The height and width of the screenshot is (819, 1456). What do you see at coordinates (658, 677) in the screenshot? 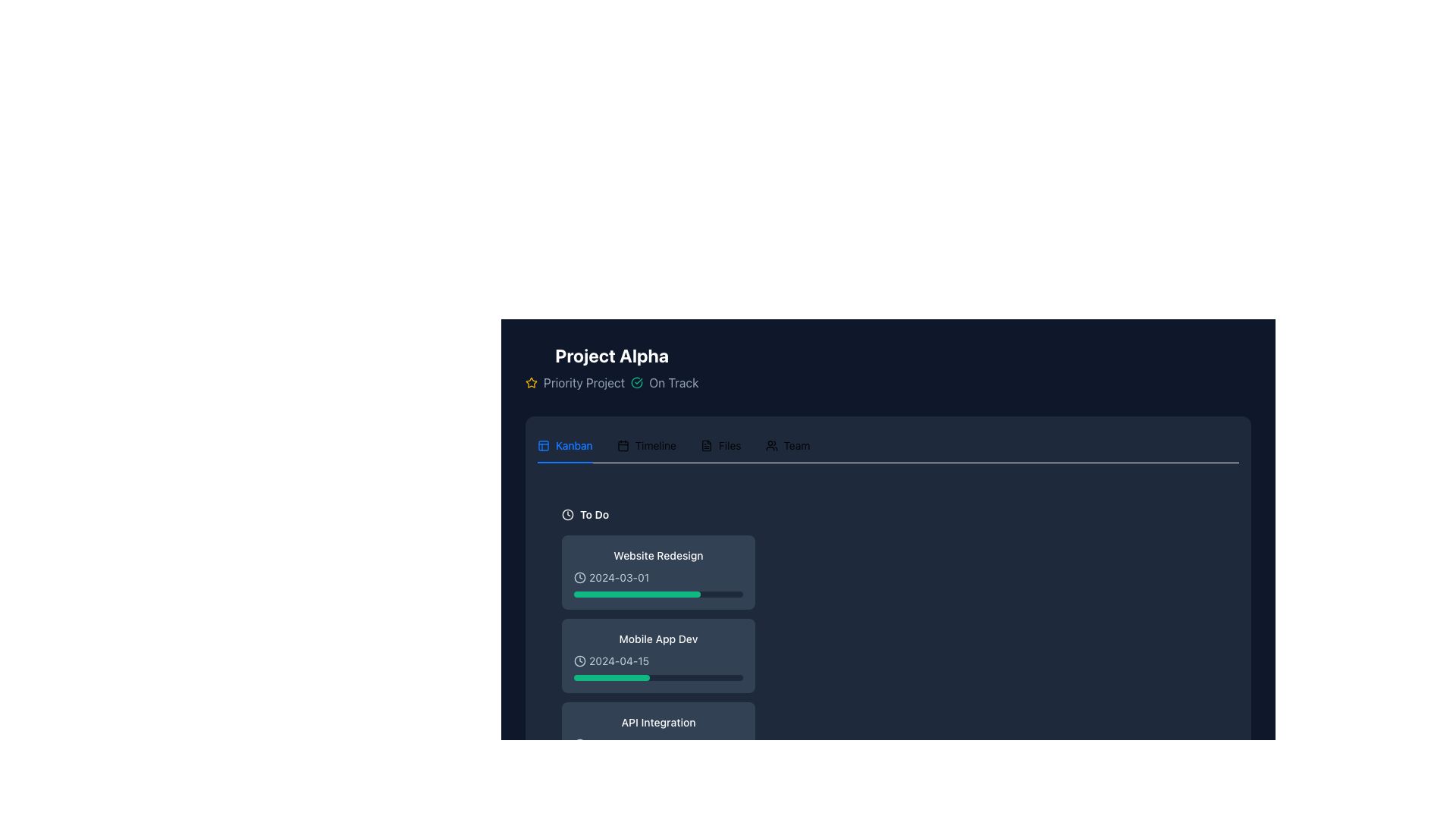
I see `the progress represented by the progress bar located within the 'Mobile App Dev' card in the 'To Do' column, positioned below the date '2024-04-15'` at bounding box center [658, 677].